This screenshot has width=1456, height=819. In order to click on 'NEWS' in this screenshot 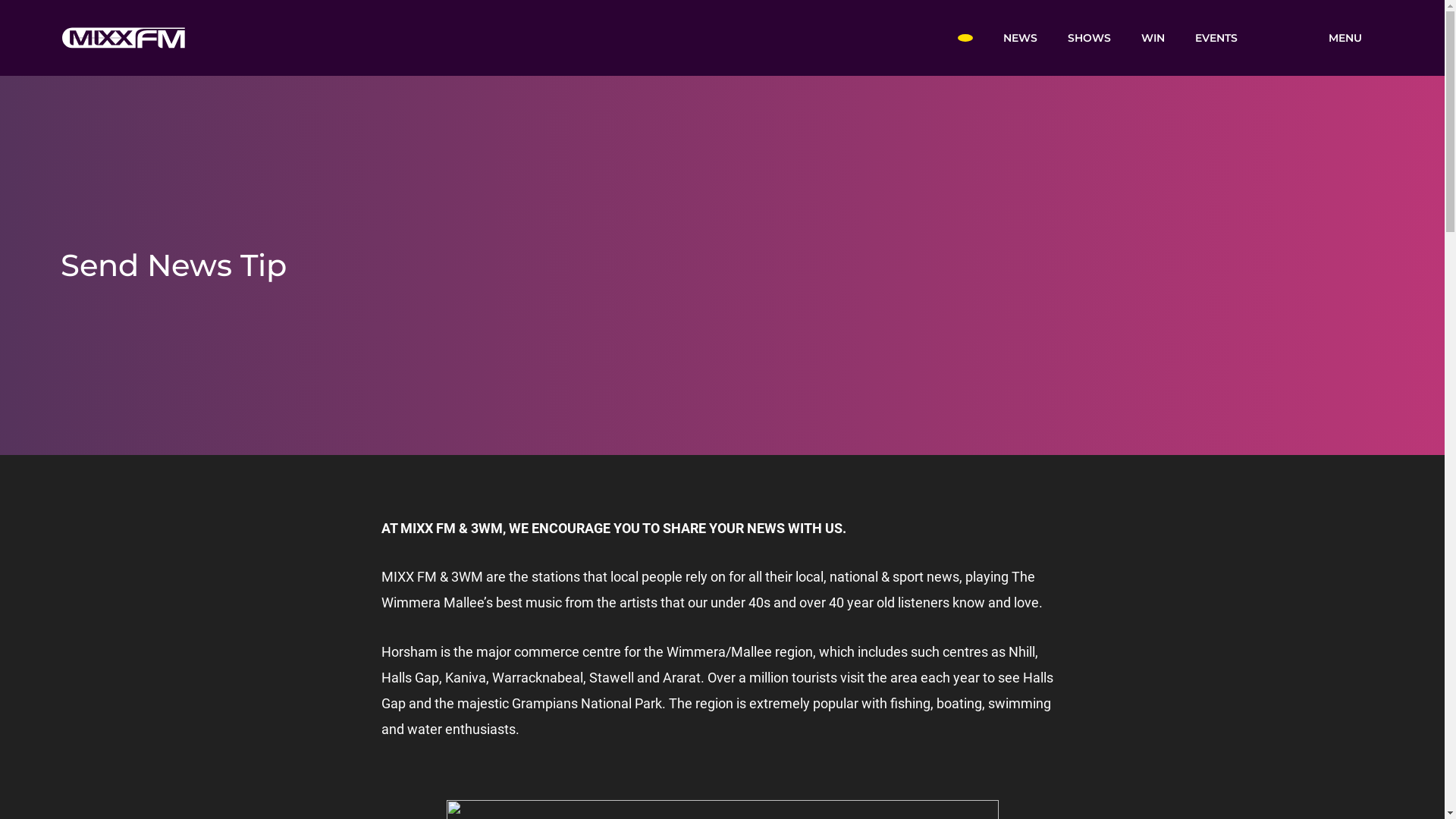, I will do `click(1019, 36)`.